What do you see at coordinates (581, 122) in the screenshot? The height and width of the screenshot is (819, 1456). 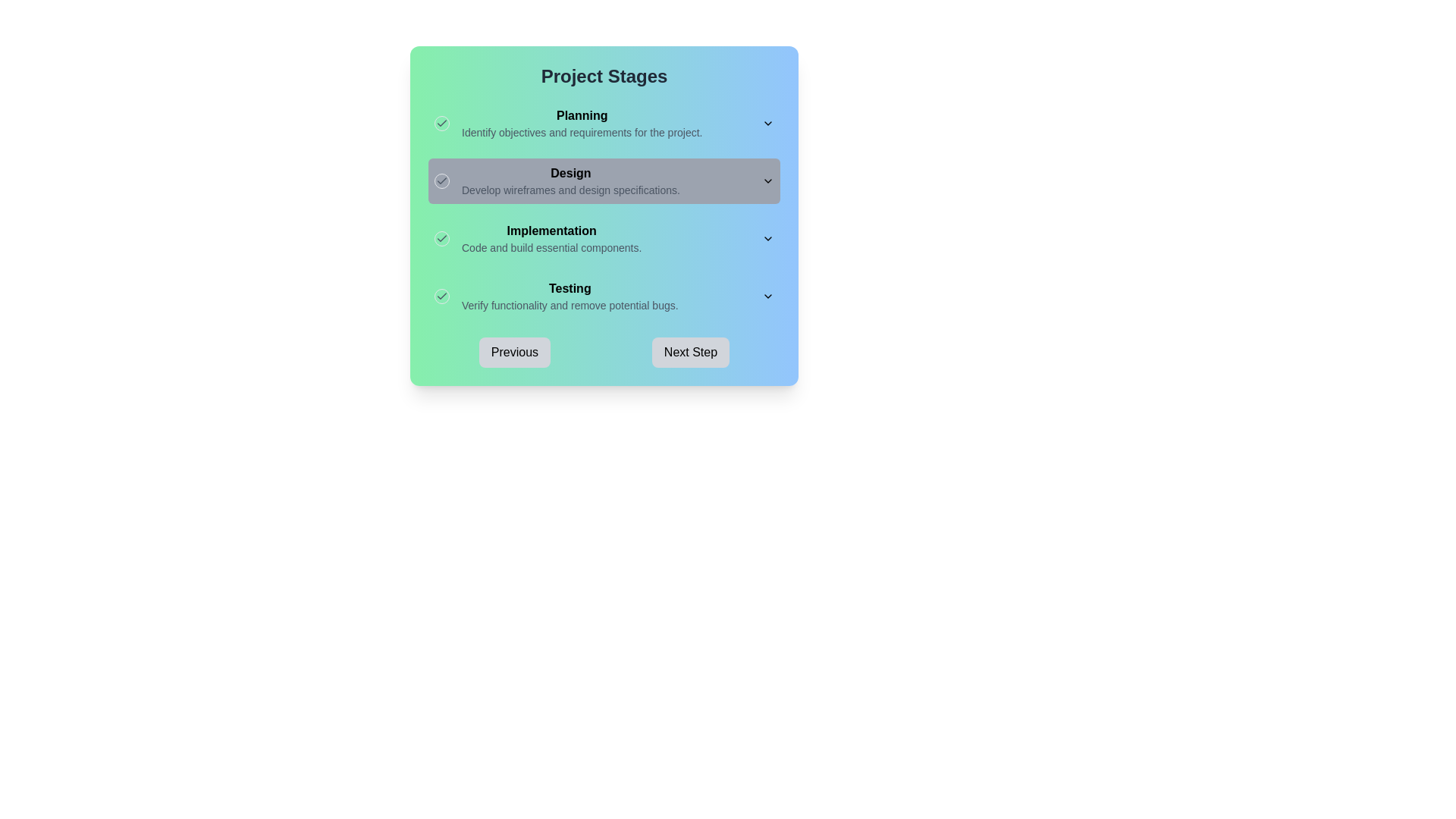 I see `the text block with the bold header 'Planning' and its description 'Identify objectives and requirements for the project.'` at bounding box center [581, 122].